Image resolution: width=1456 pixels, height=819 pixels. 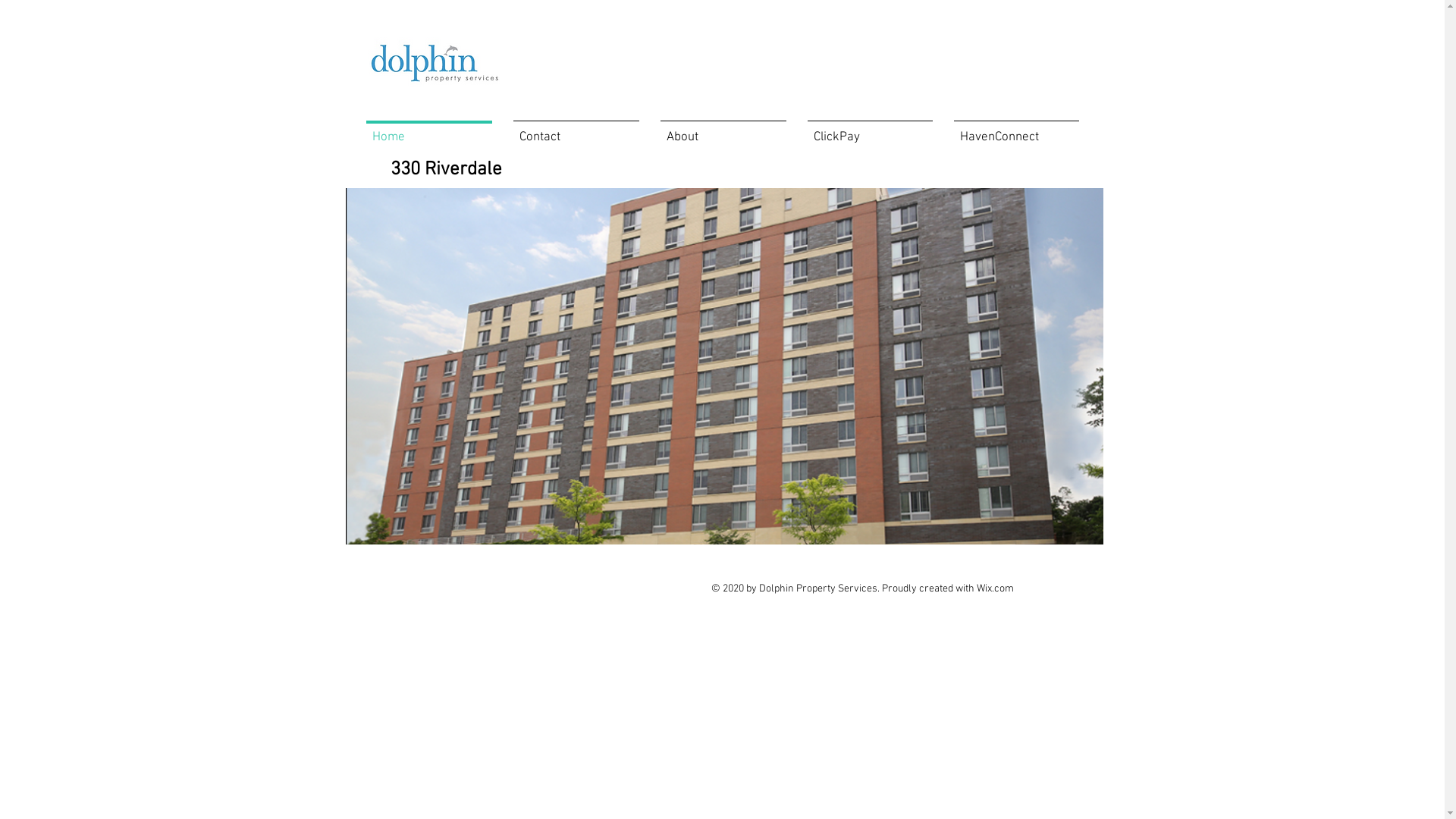 What do you see at coordinates (795, 130) in the screenshot?
I see `'ClickPay'` at bounding box center [795, 130].